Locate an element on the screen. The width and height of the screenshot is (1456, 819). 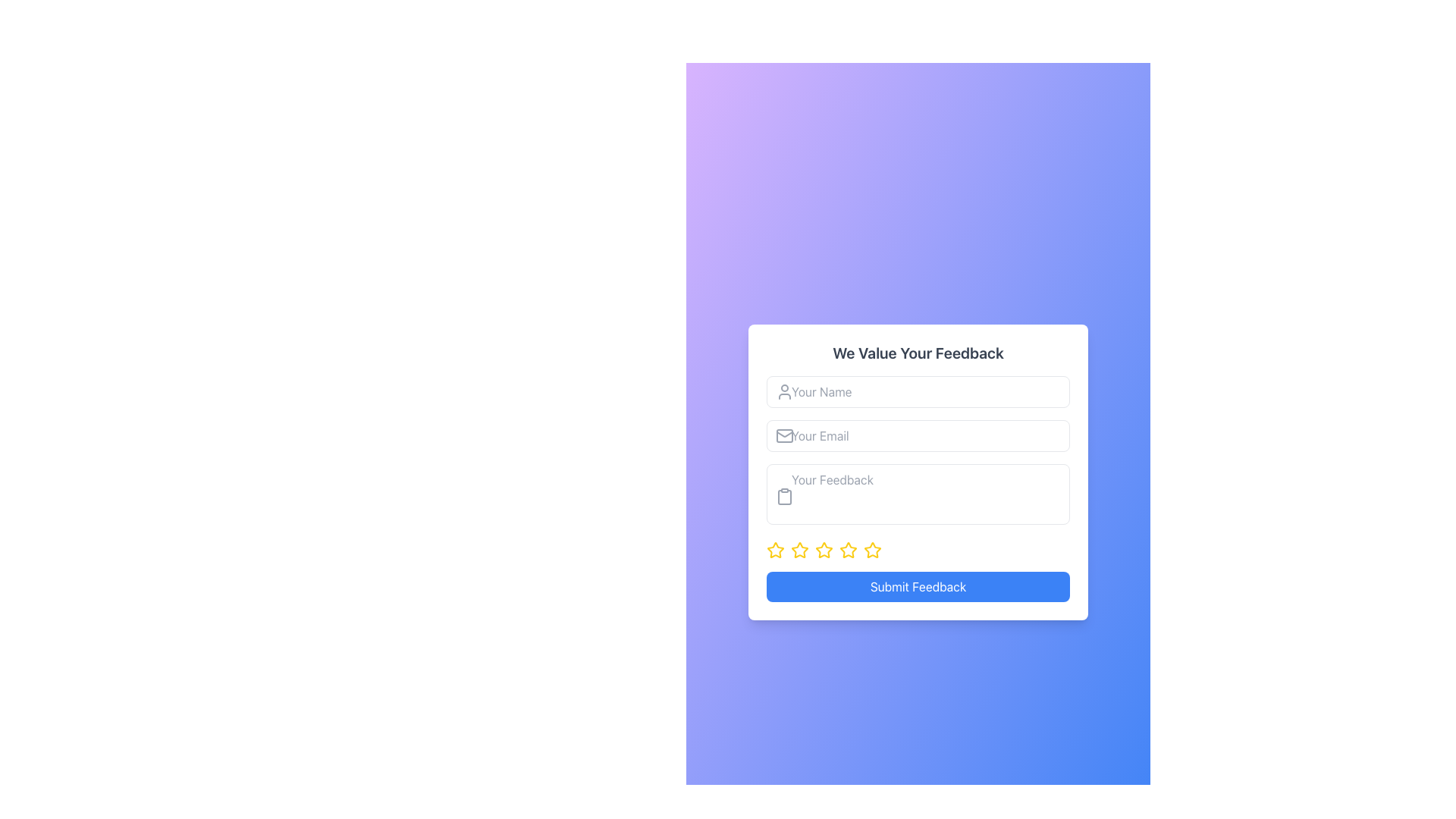
the sixth star icon with a yellow fill and clean stroke to set a rating in the feedback form card is located at coordinates (847, 550).